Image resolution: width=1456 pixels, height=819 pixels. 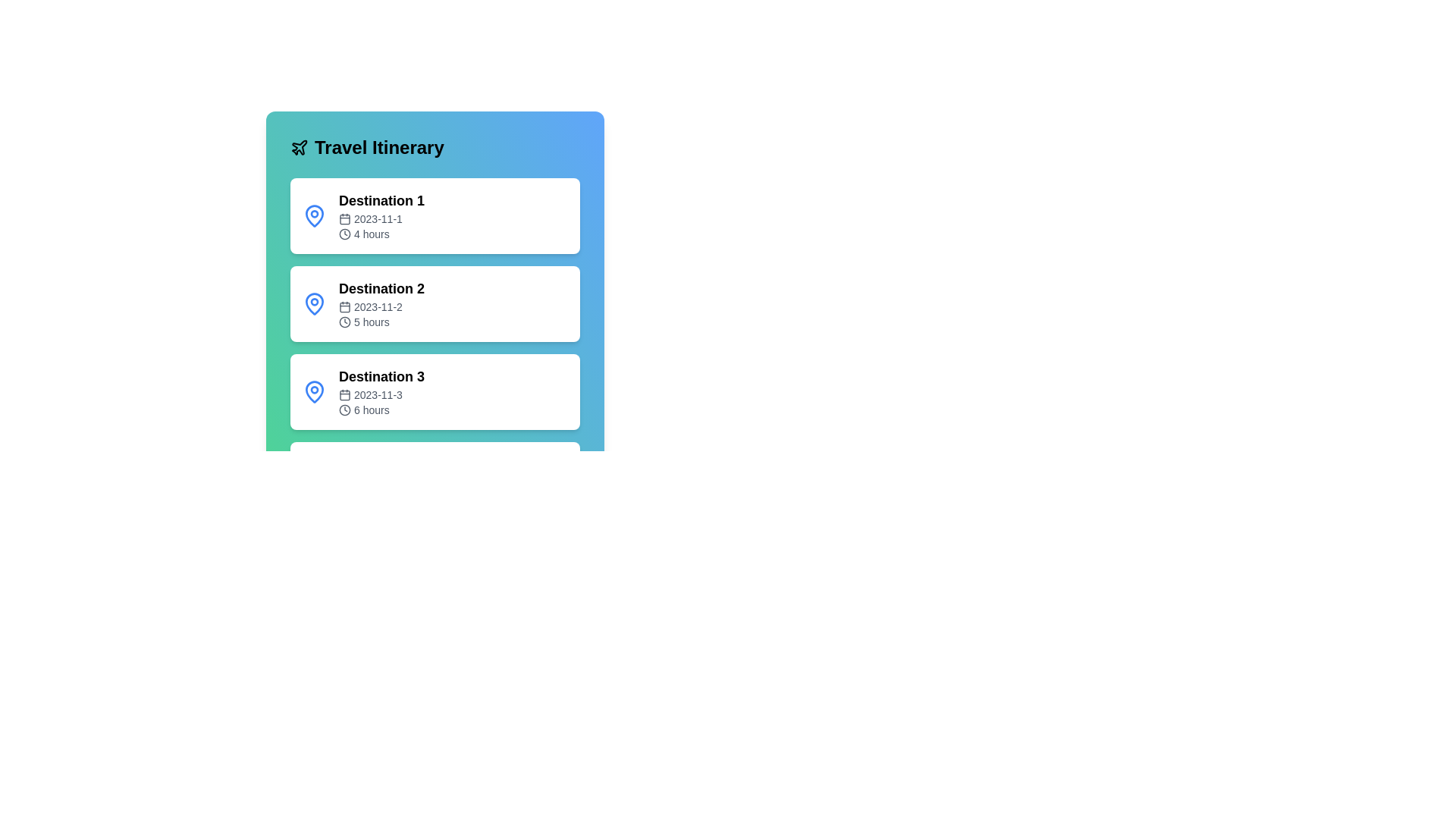 What do you see at coordinates (300, 147) in the screenshot?
I see `the travel itinerary icon graphic (SVG) located near the top-left corner of the content area, adjacent to the 'Travel Itinerary' title text` at bounding box center [300, 147].